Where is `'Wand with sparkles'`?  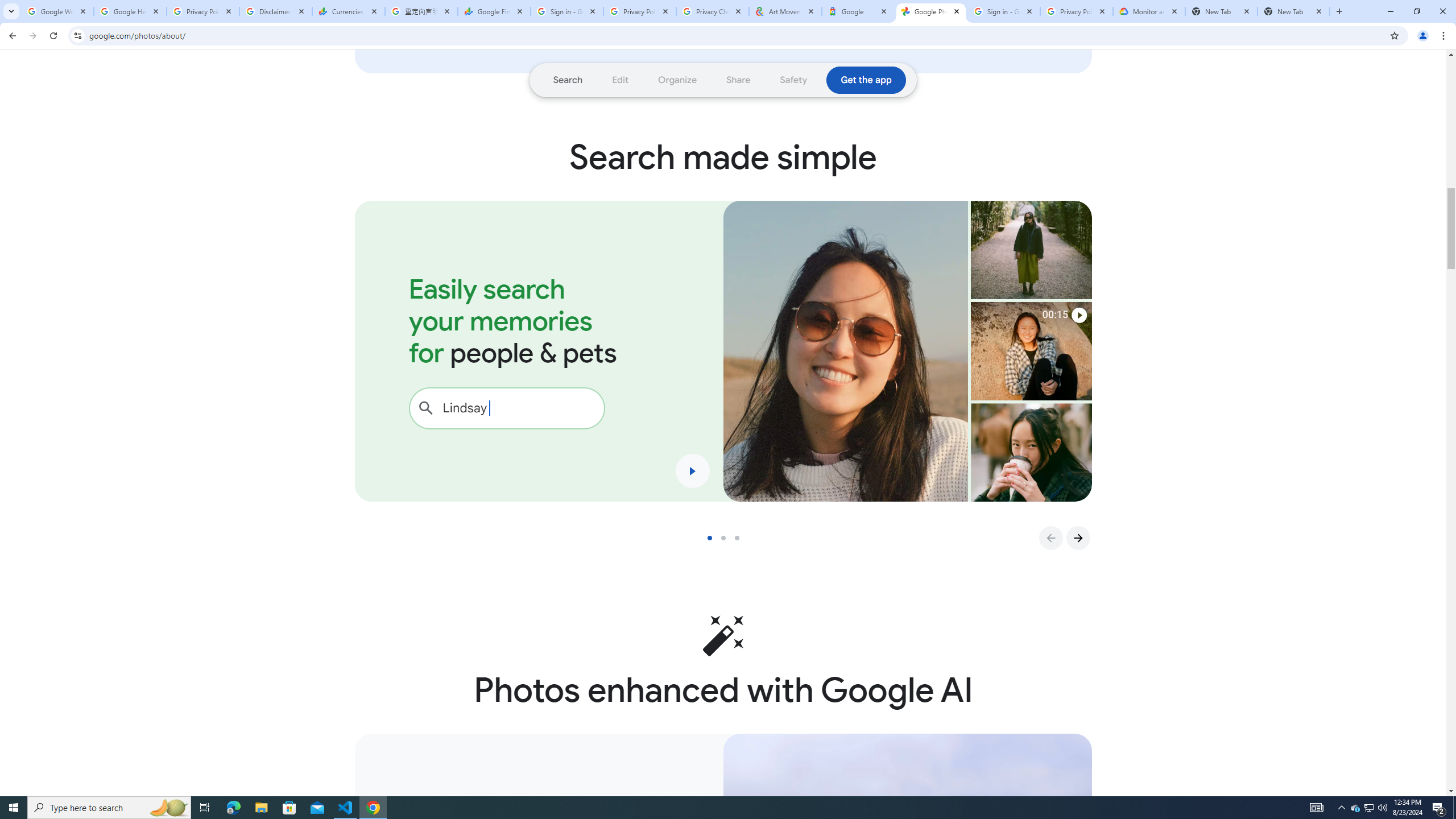 'Wand with sparkles' is located at coordinates (723, 635).